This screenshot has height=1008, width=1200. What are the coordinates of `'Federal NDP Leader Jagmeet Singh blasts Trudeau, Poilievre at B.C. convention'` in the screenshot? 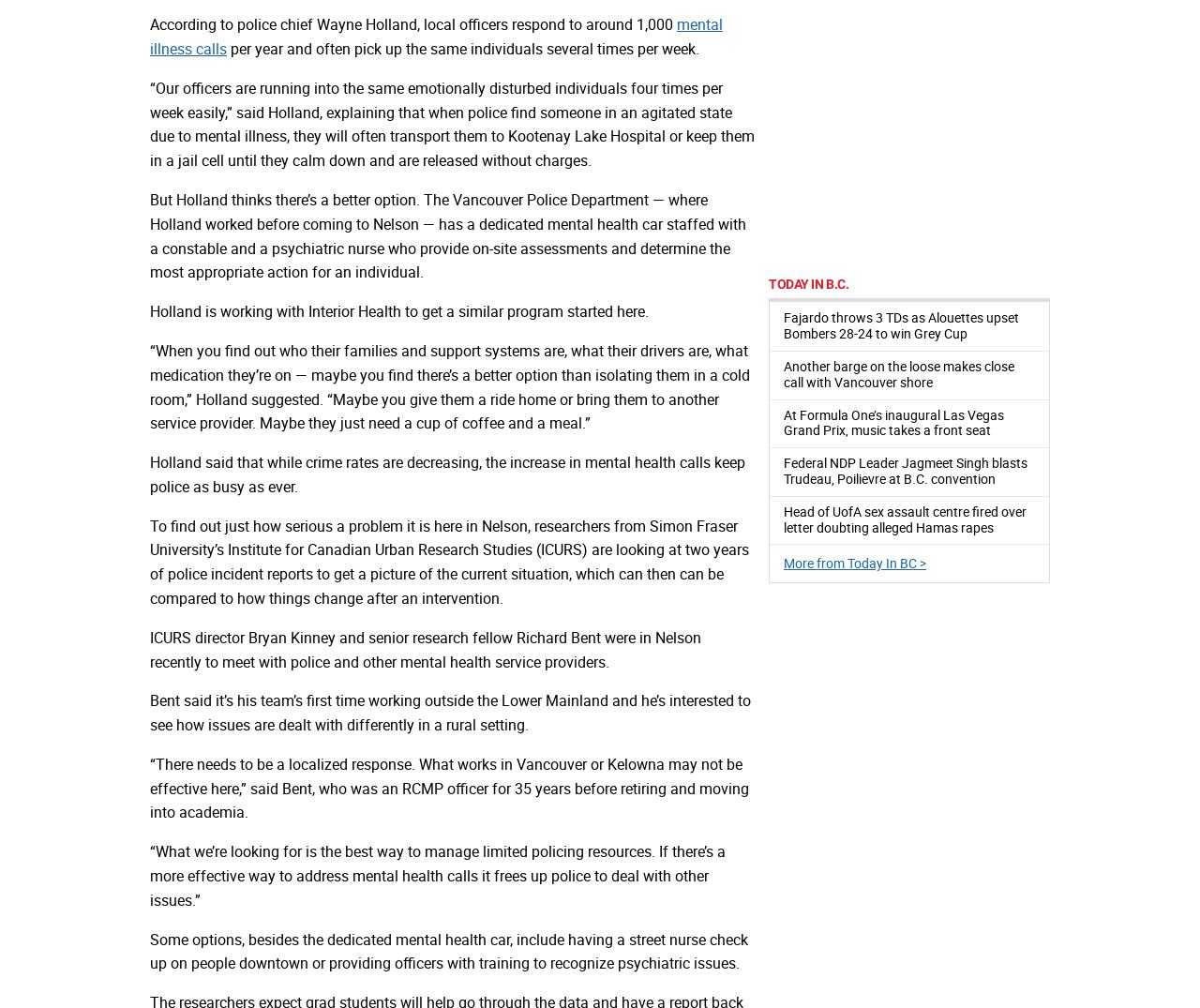 It's located at (906, 470).